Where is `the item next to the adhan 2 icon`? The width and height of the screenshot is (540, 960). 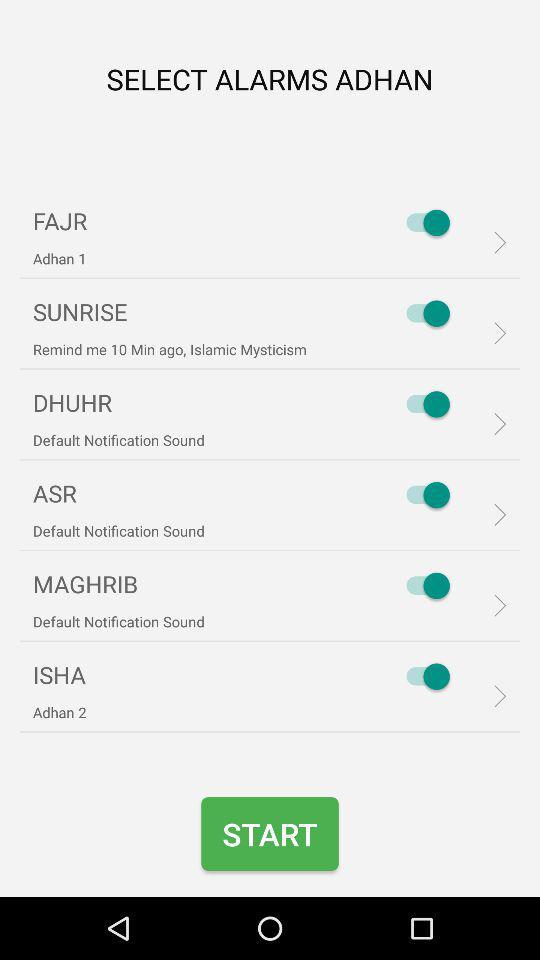 the item next to the adhan 2 icon is located at coordinates (422, 676).